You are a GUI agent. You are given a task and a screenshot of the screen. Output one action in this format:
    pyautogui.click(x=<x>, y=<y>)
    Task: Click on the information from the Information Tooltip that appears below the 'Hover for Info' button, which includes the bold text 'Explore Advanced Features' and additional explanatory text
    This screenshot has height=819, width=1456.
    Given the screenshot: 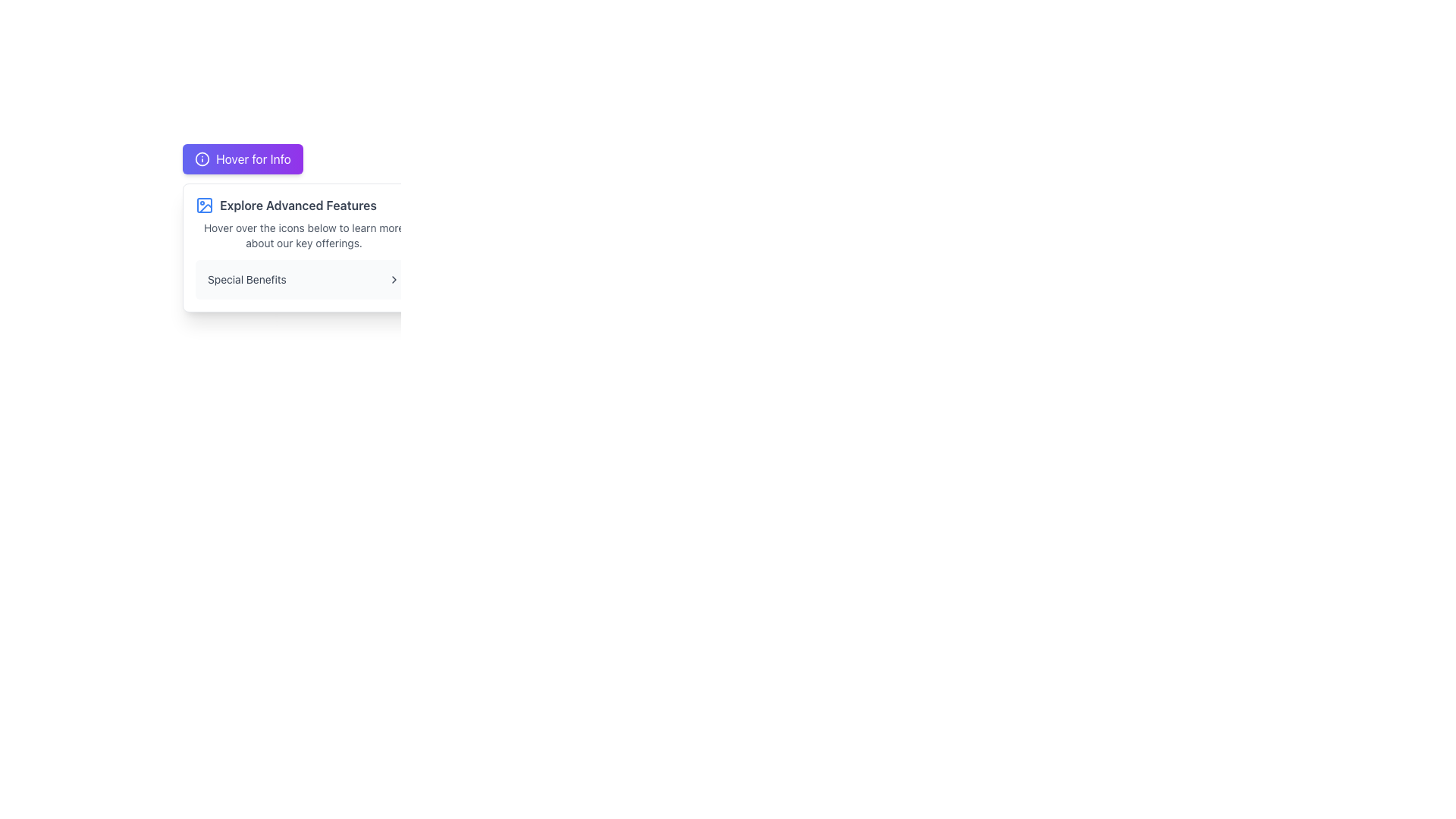 What is the action you would take?
    pyautogui.click(x=303, y=247)
    